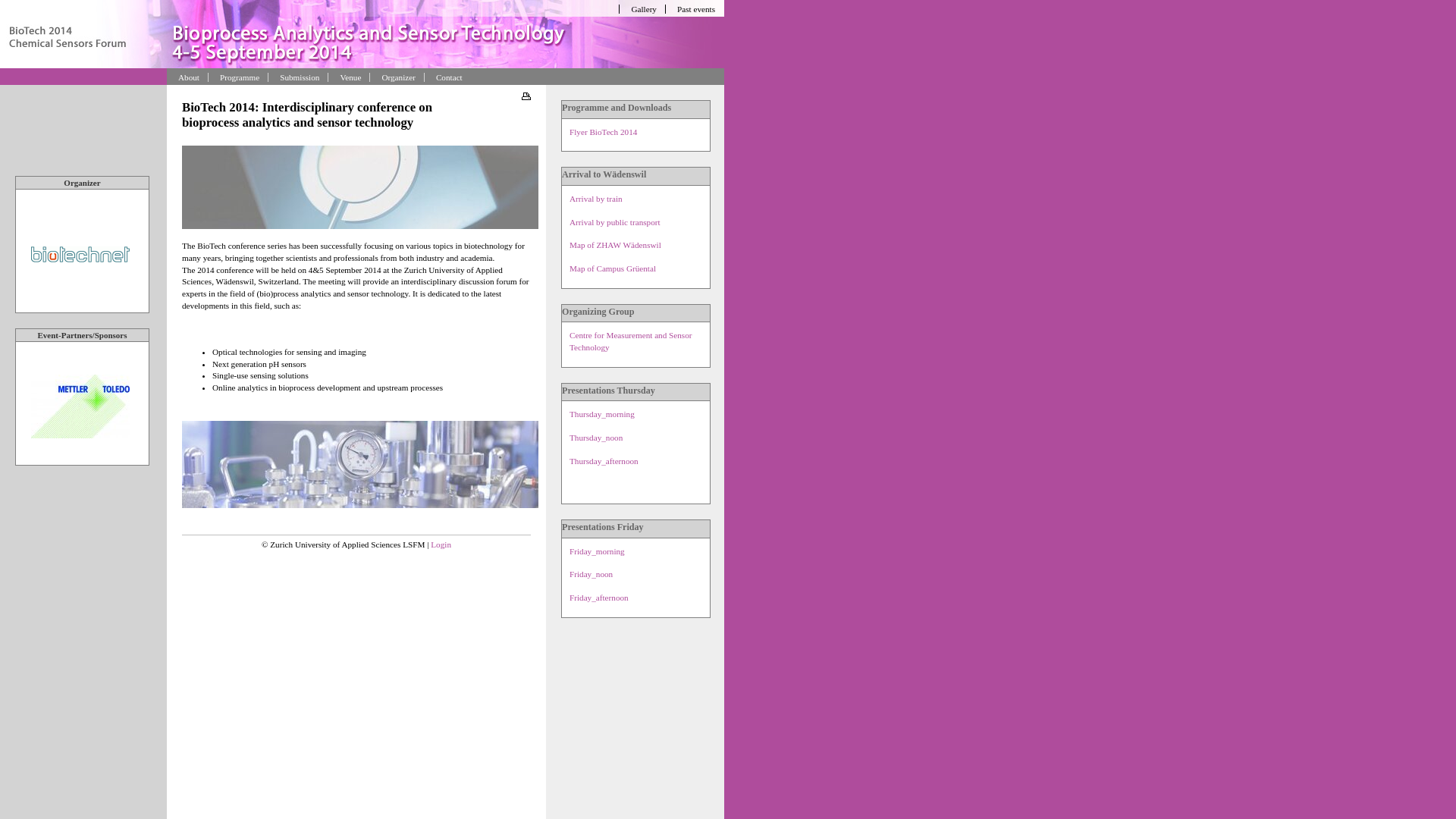 The image size is (1456, 819). Describe the element at coordinates (568, 460) in the screenshot. I see `'Thursday_afternoon'` at that location.